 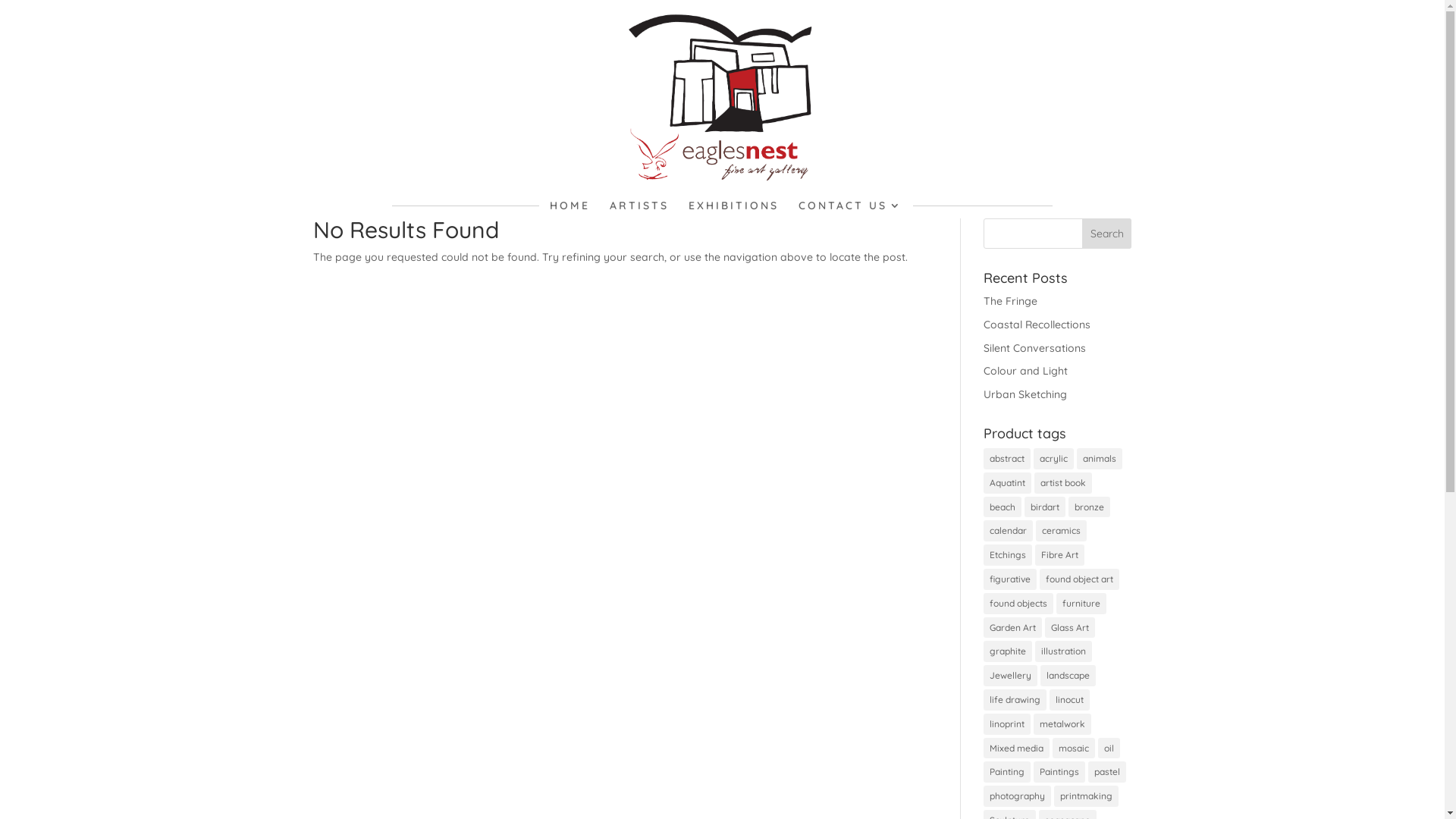 I want to click on 'birdart', so click(x=1043, y=507).